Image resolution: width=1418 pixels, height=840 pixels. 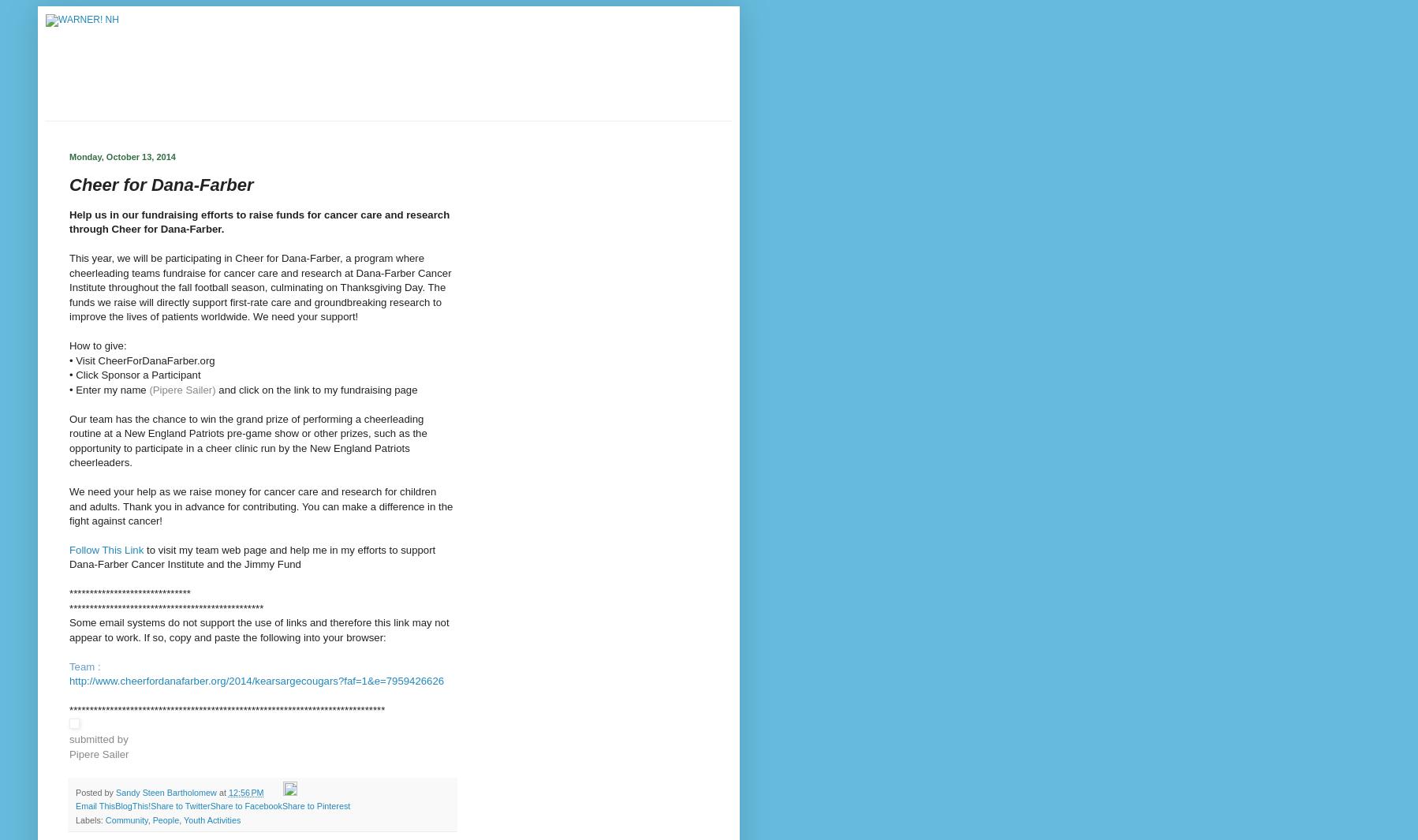 What do you see at coordinates (244, 805) in the screenshot?
I see `'Share to Facebook'` at bounding box center [244, 805].